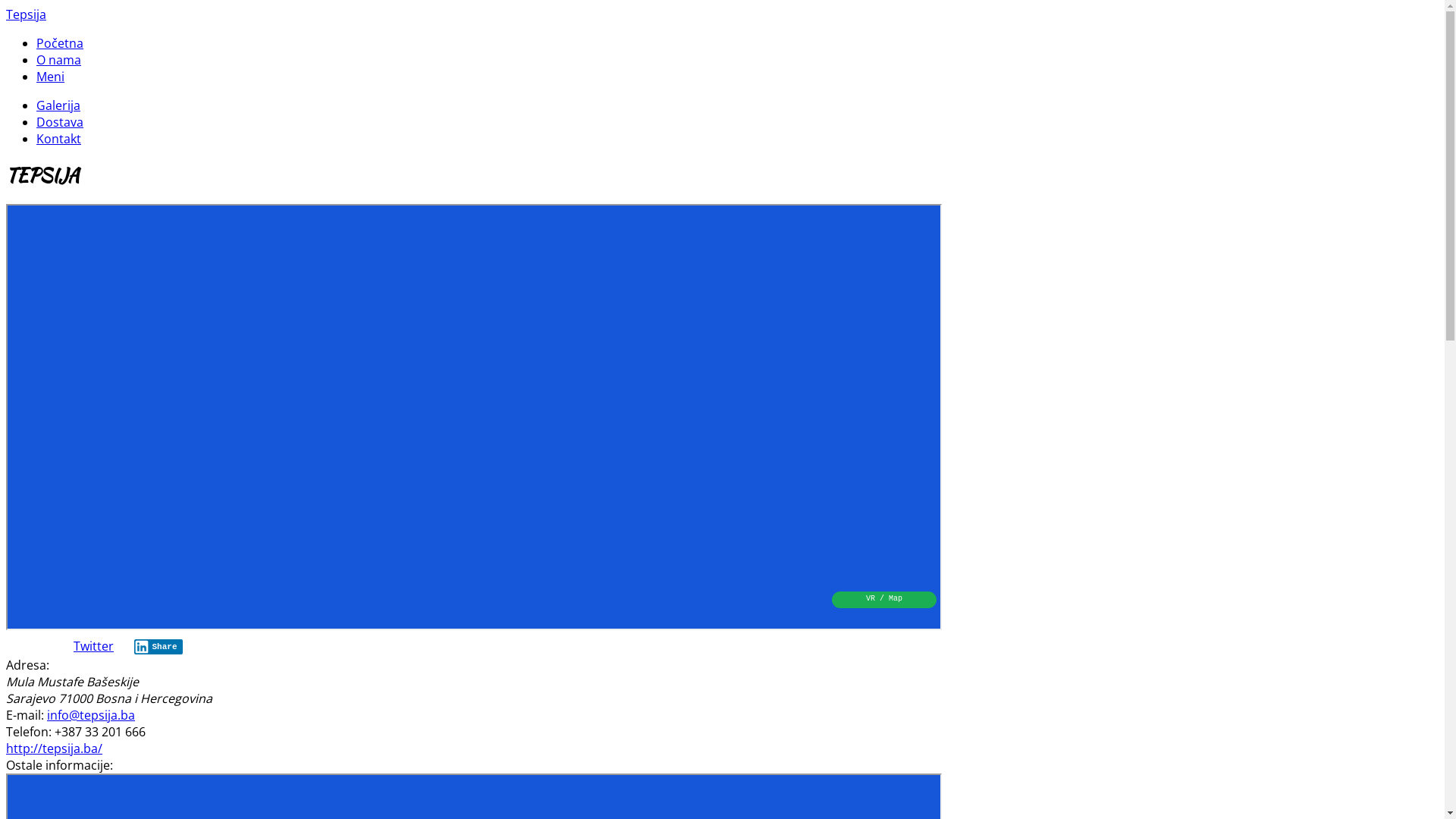  I want to click on 'Galerija', so click(58, 104).